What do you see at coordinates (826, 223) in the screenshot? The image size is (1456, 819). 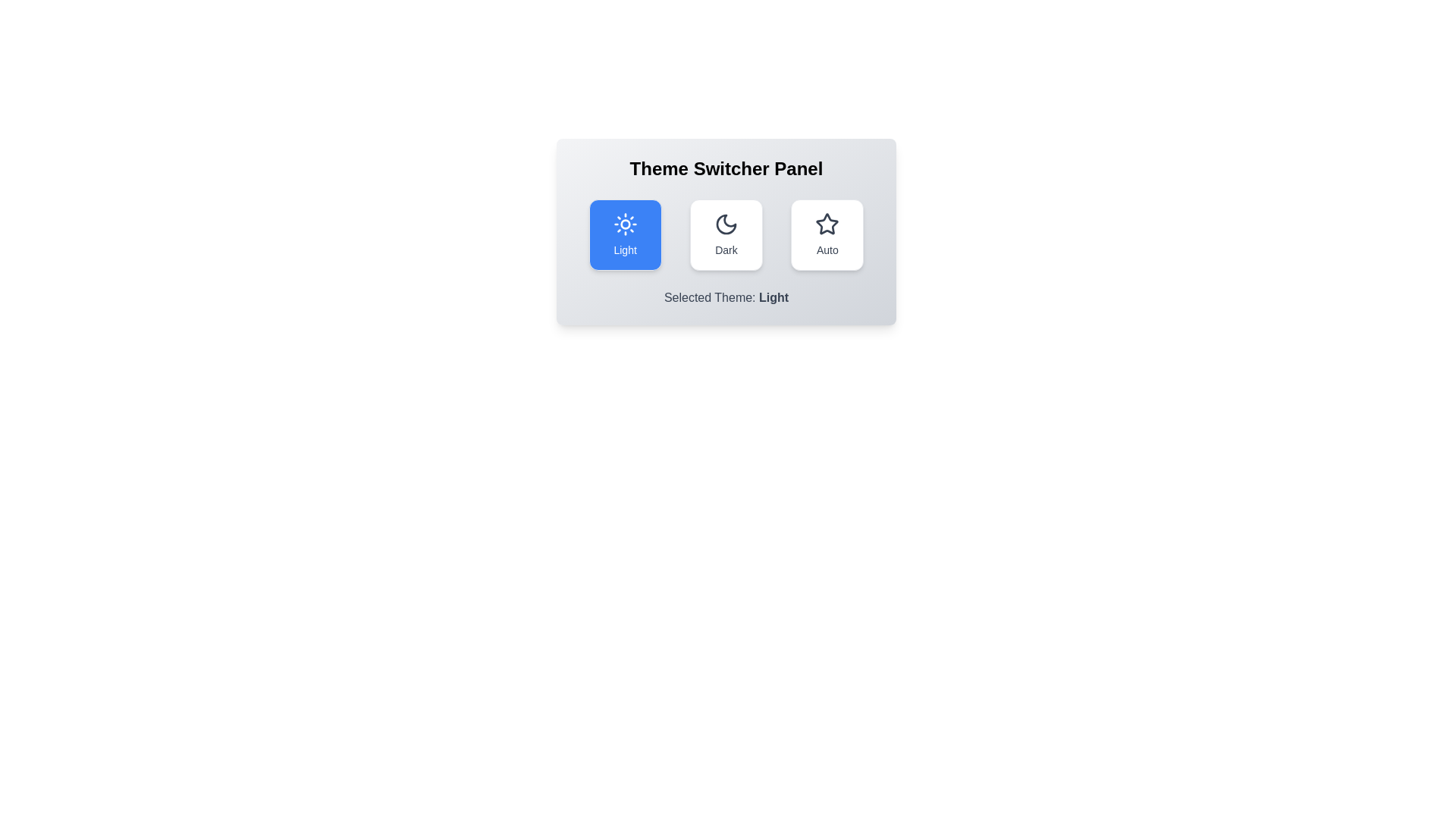 I see `the star icon representing the 'Auto' theme selection option in the Theme Switcher Panel to make a selection` at bounding box center [826, 223].